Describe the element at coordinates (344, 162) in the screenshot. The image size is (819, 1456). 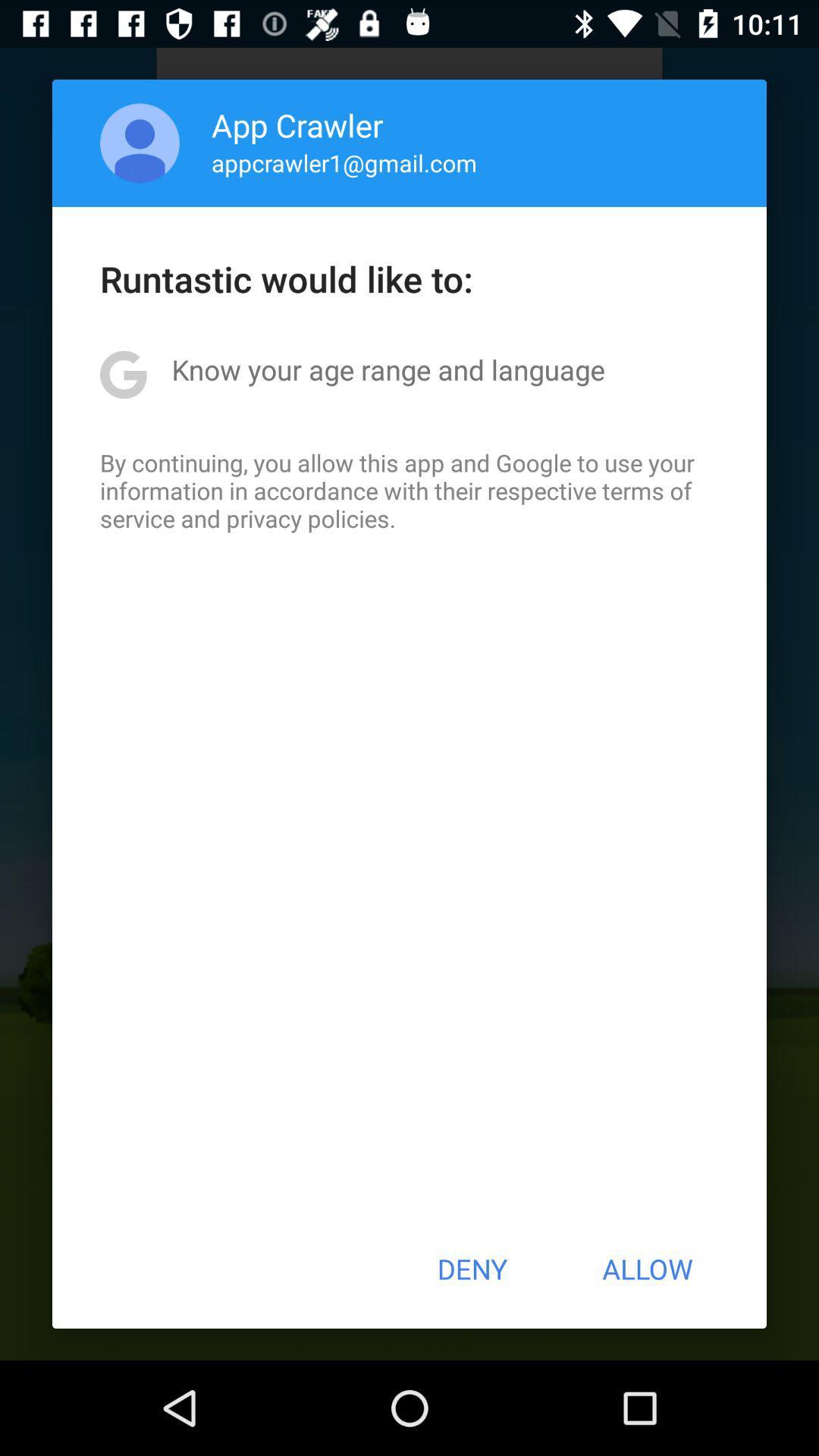
I see `the appcrawler1@gmail.com item` at that location.